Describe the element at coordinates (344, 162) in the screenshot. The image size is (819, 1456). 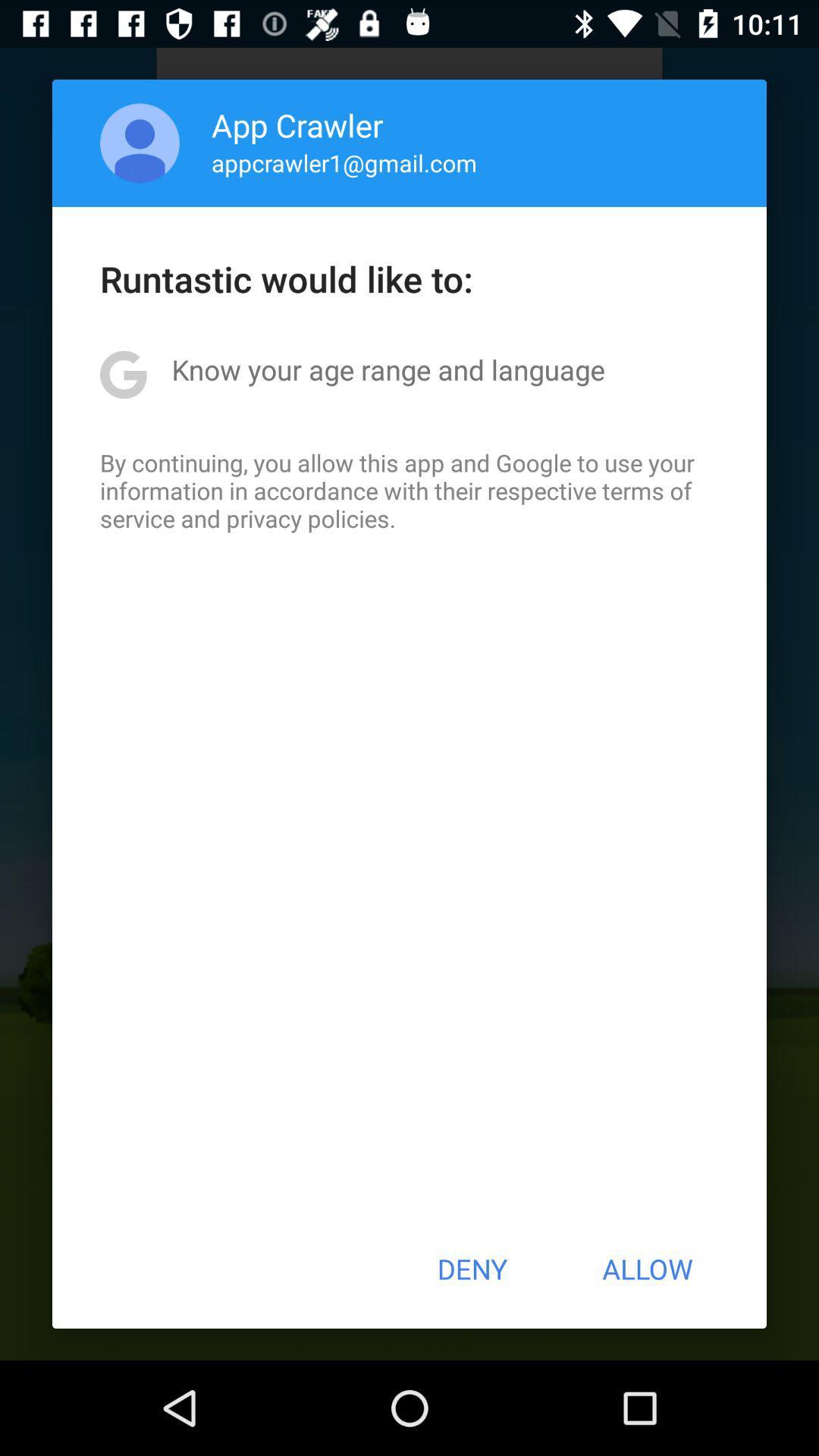
I see `the appcrawler1@gmail.com item` at that location.